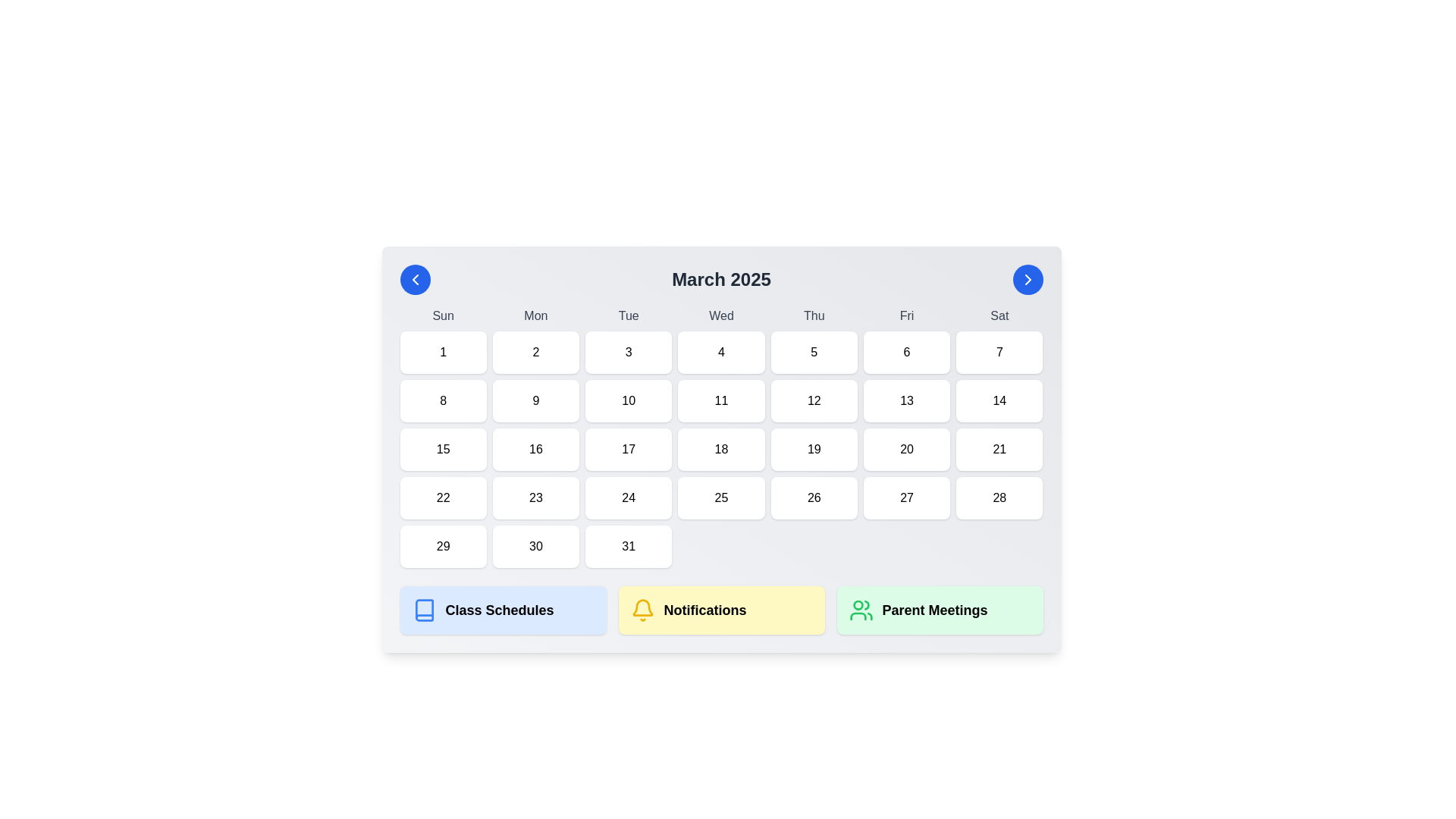 This screenshot has width=1456, height=819. I want to click on the calendar grid cell representing the date '18' in March 2025, so click(720, 438).